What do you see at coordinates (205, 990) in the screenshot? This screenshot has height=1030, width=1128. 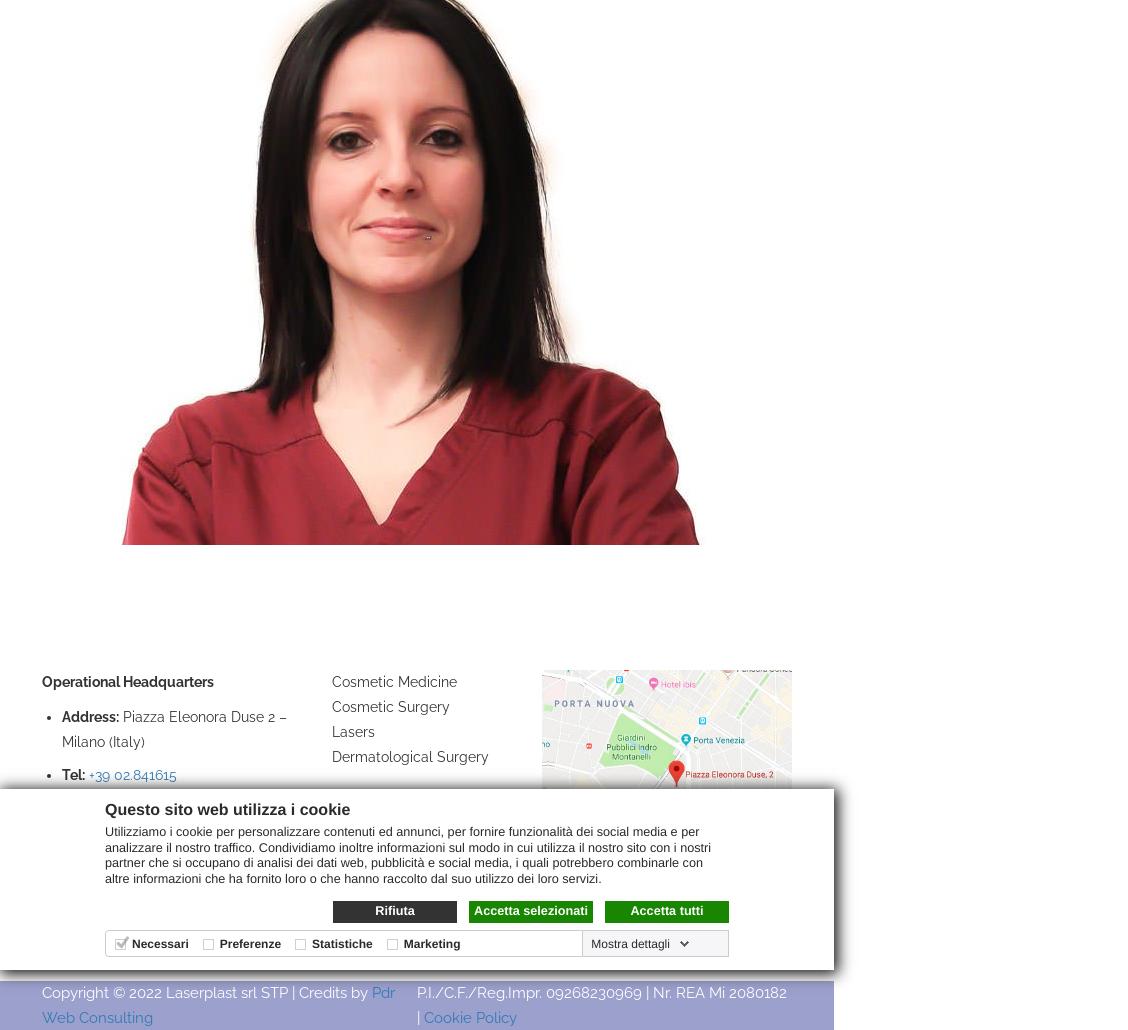 I see `'Copyright © 2022 Laserplast srl STP | Credits by'` at bounding box center [205, 990].